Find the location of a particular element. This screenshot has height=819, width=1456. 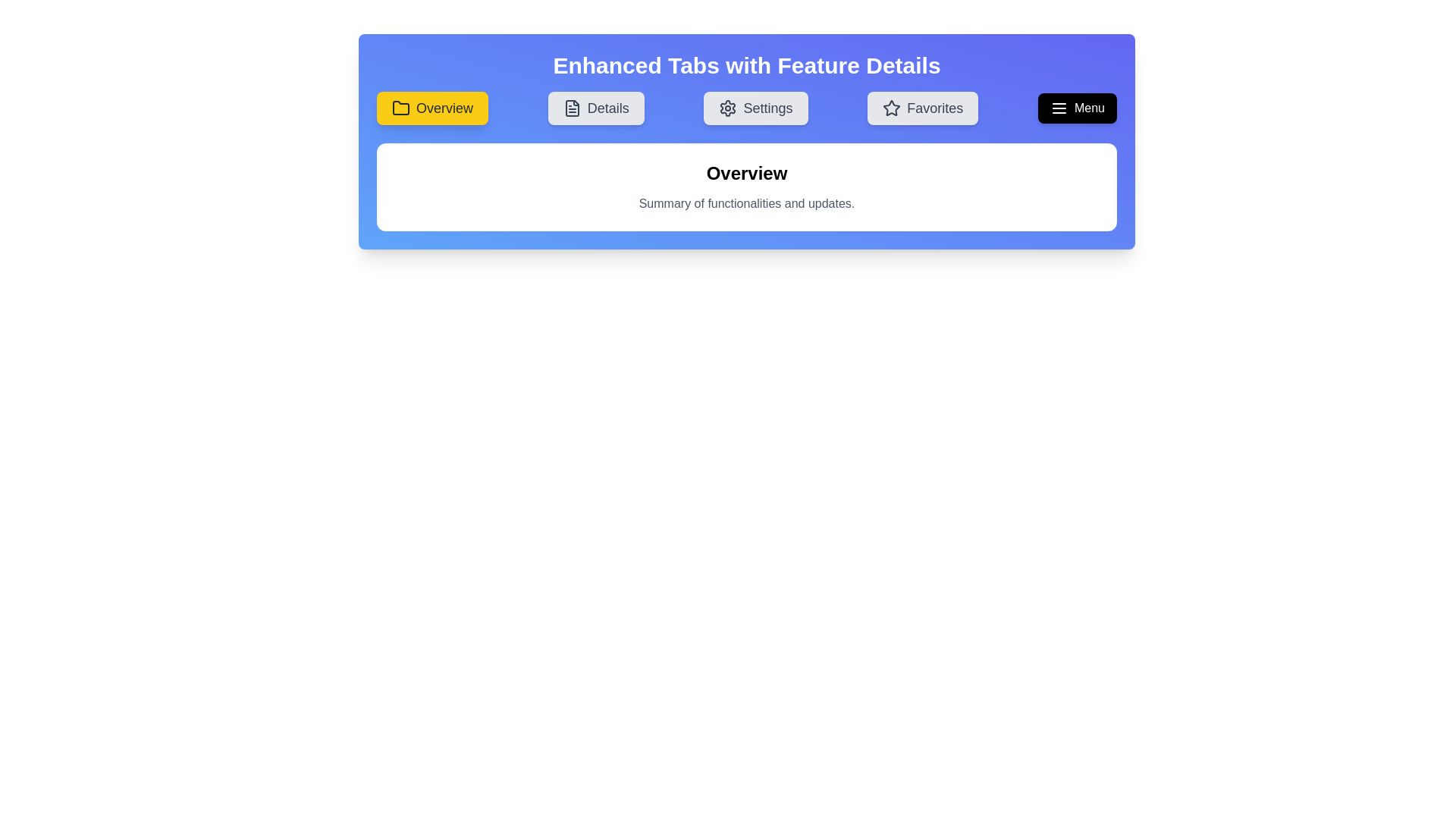

the 'Details' button with a gray background and rounded corners in the navigation bar is located at coordinates (595, 107).